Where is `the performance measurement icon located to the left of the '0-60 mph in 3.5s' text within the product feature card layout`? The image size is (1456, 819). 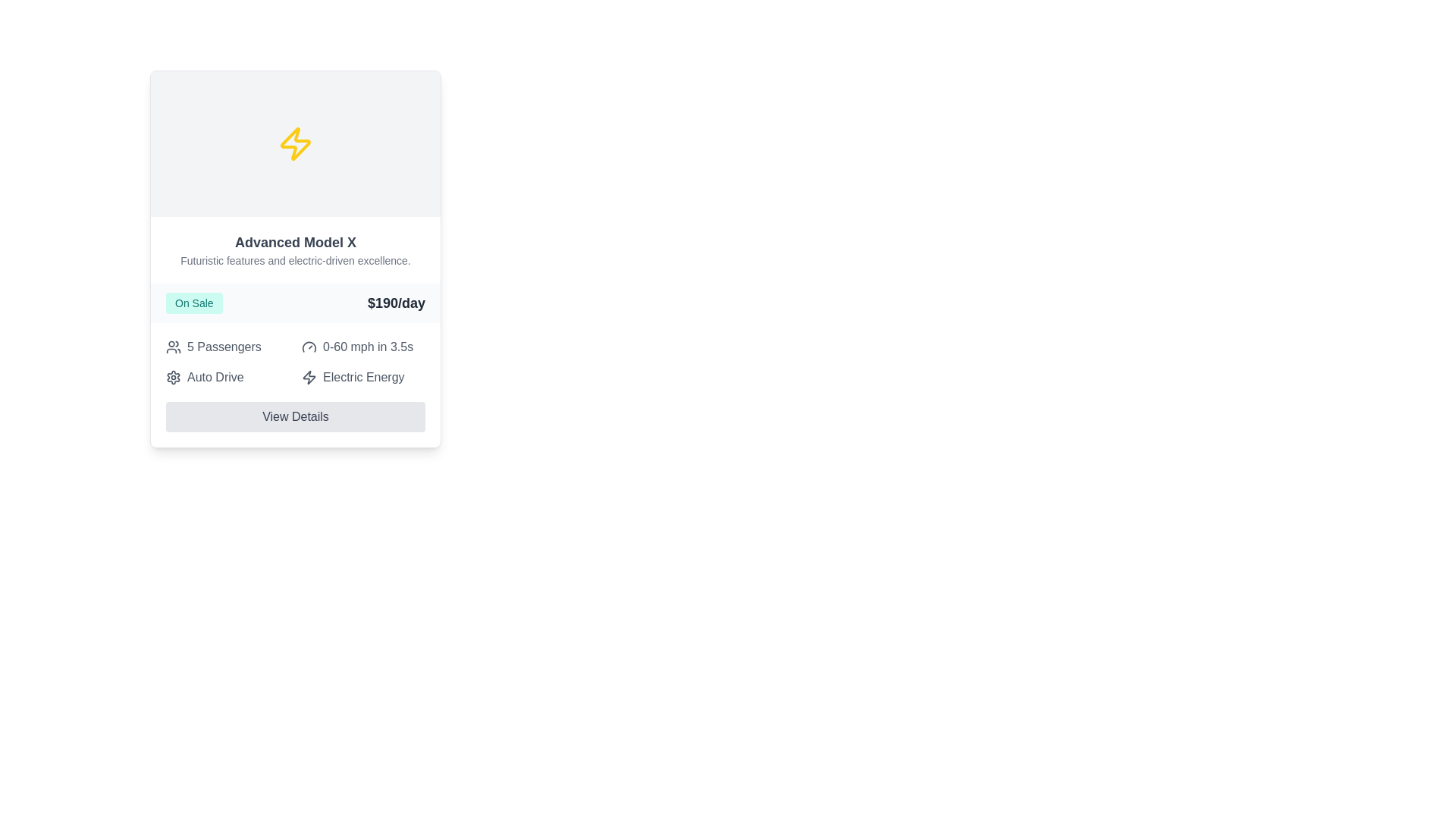
the performance measurement icon located to the left of the '0-60 mph in 3.5s' text within the product feature card layout is located at coordinates (309, 347).